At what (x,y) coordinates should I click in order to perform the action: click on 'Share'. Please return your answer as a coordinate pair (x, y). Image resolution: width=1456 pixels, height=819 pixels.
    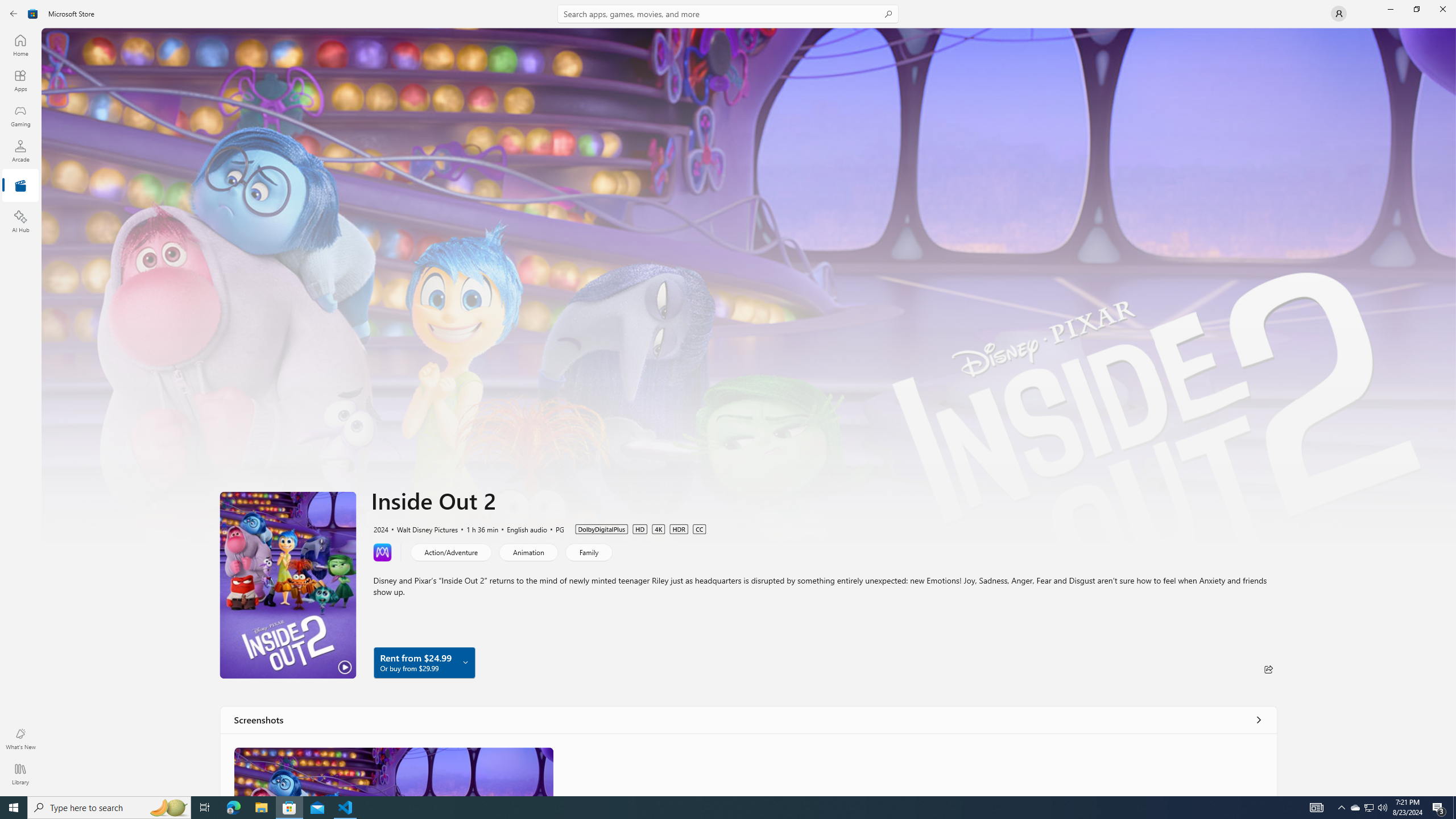
    Looking at the image, I should click on (1268, 668).